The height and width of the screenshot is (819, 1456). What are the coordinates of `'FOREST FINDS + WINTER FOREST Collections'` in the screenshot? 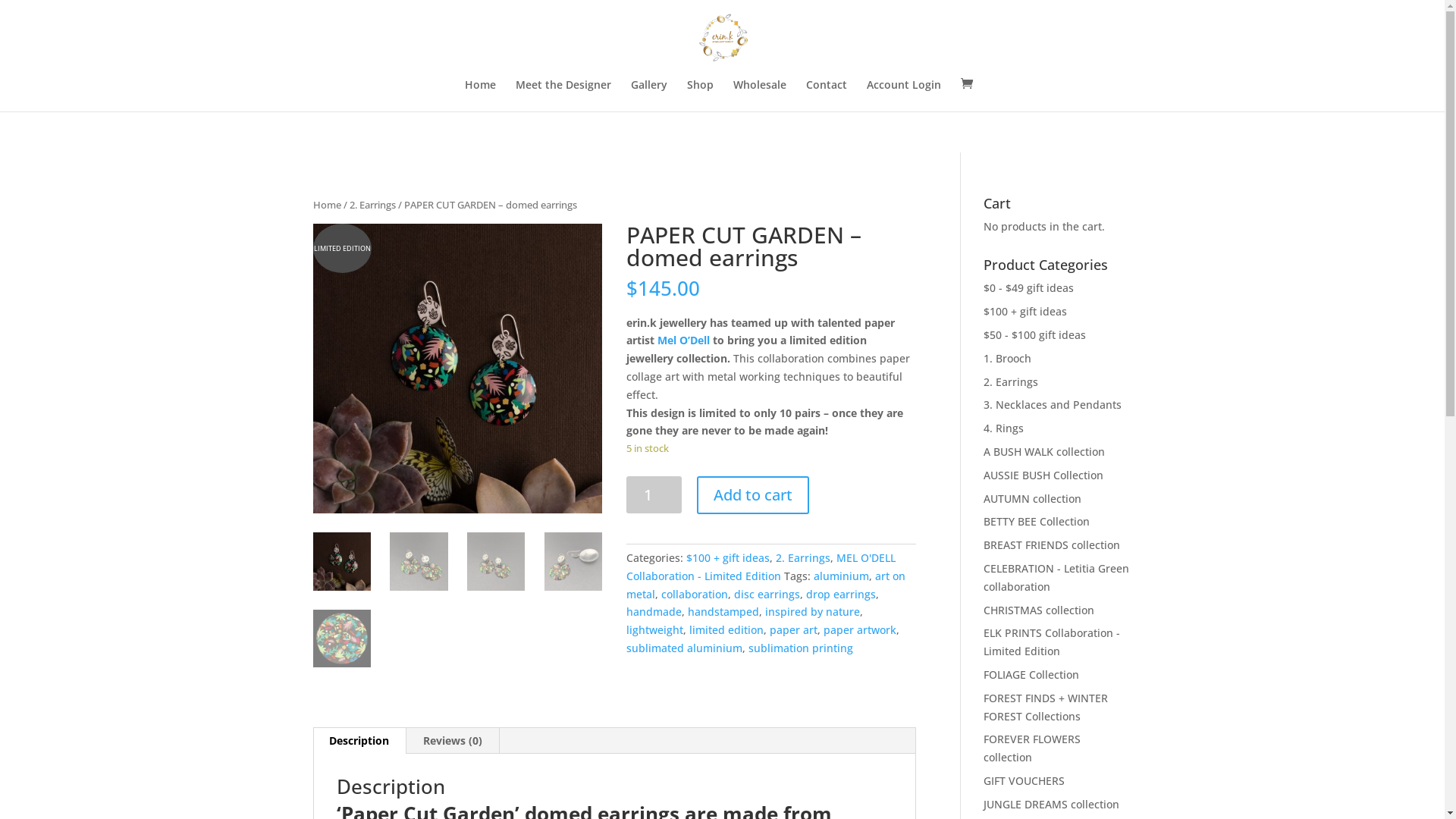 It's located at (1044, 707).